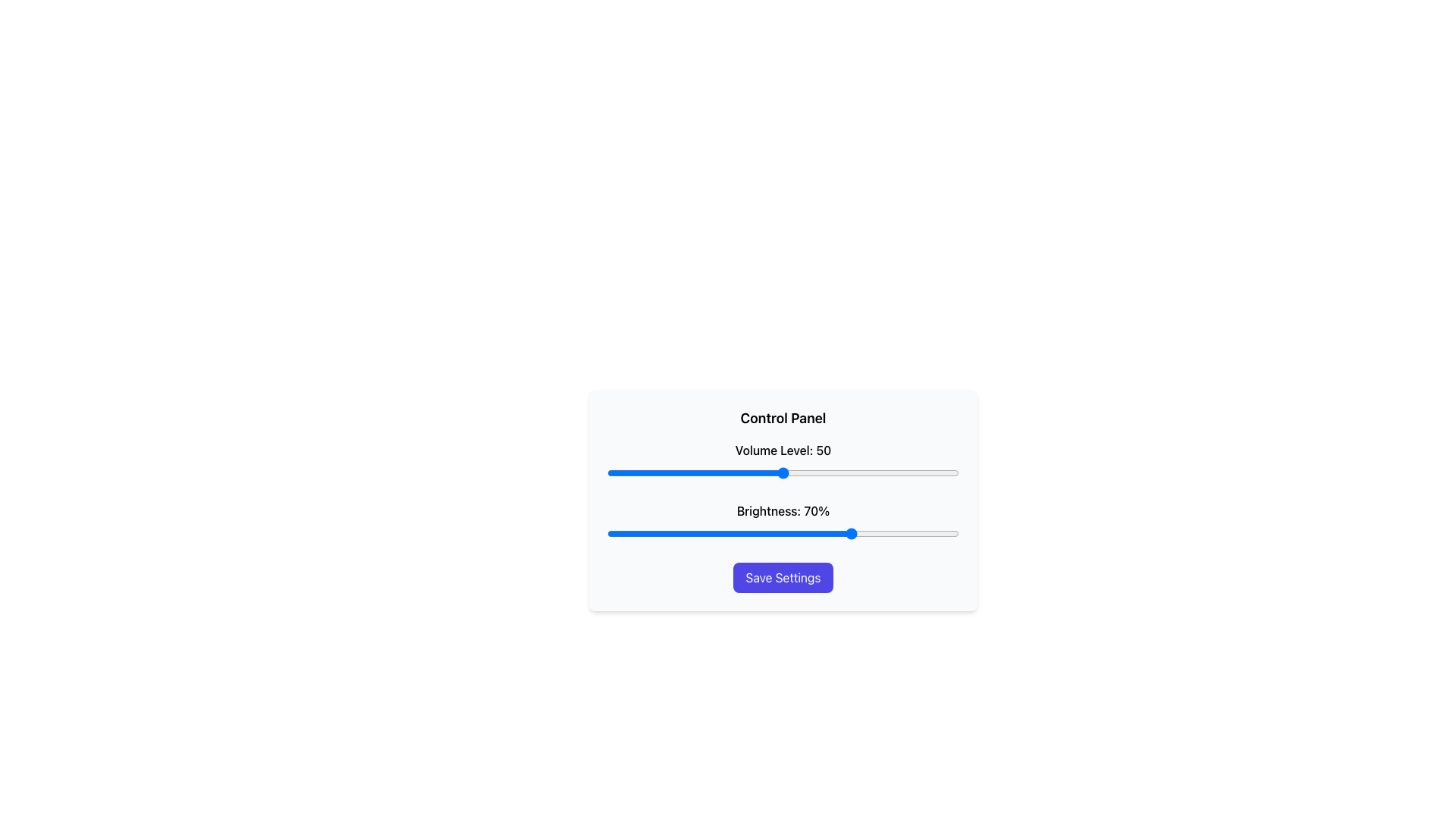 The image size is (1456, 819). Describe the element at coordinates (786, 533) in the screenshot. I see `brightness` at that location.